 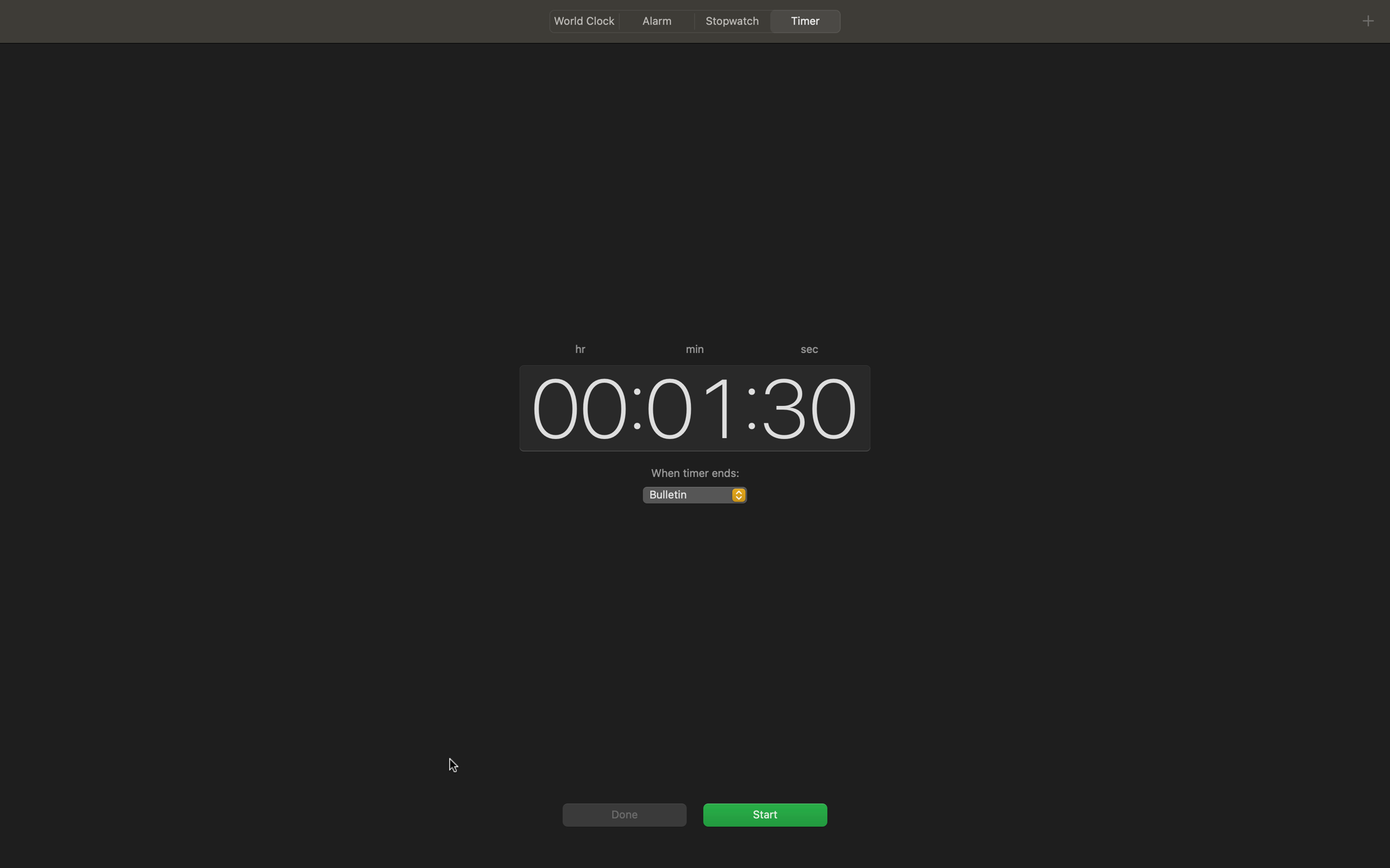 What do you see at coordinates (690, 406) in the screenshot?
I see `For minutes, set value as 41` at bounding box center [690, 406].